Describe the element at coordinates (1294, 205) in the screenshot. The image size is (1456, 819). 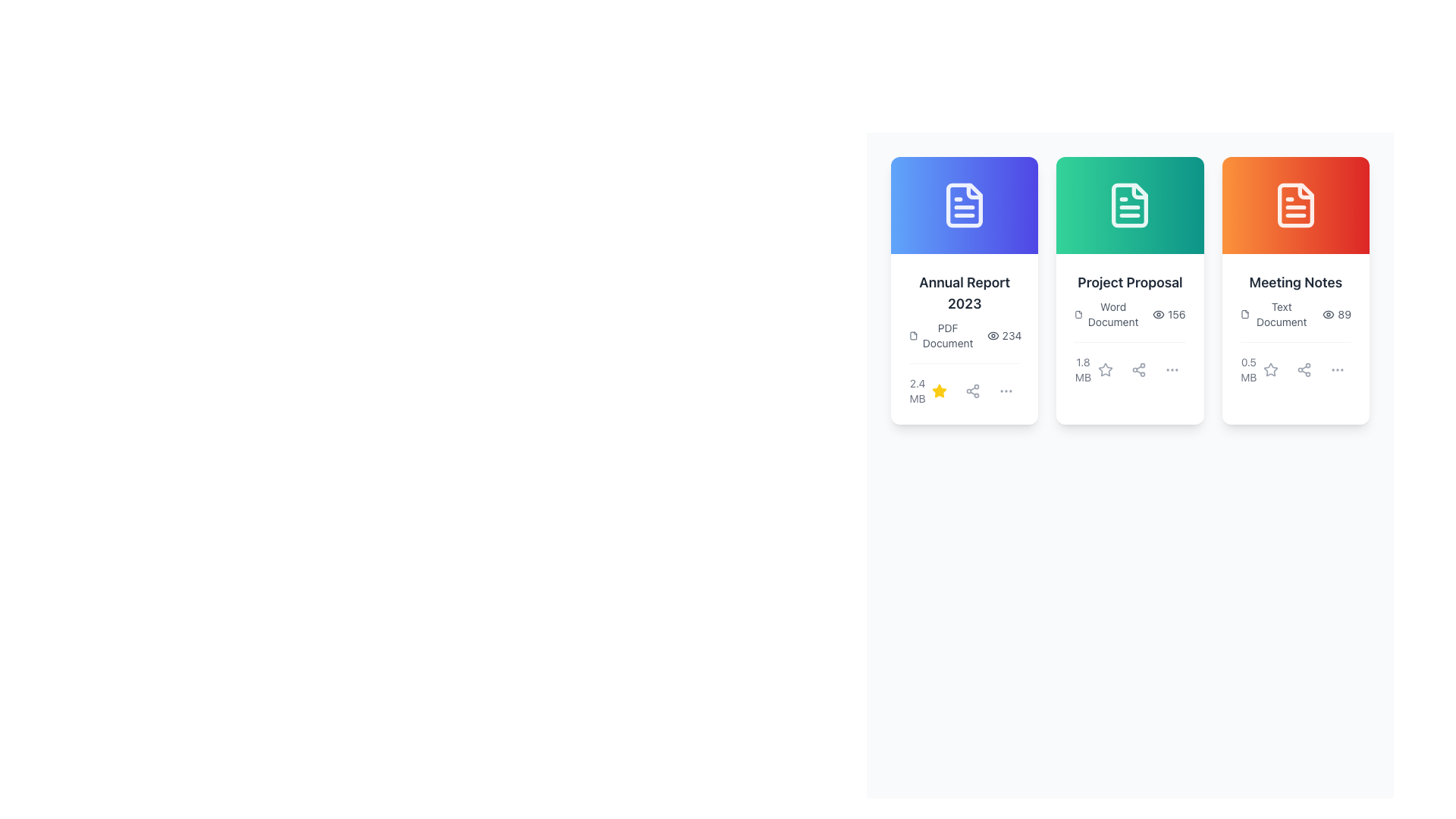
I see `the document icon with a white gradient overlay located at the top center of the 'Meeting Notes' card` at that location.